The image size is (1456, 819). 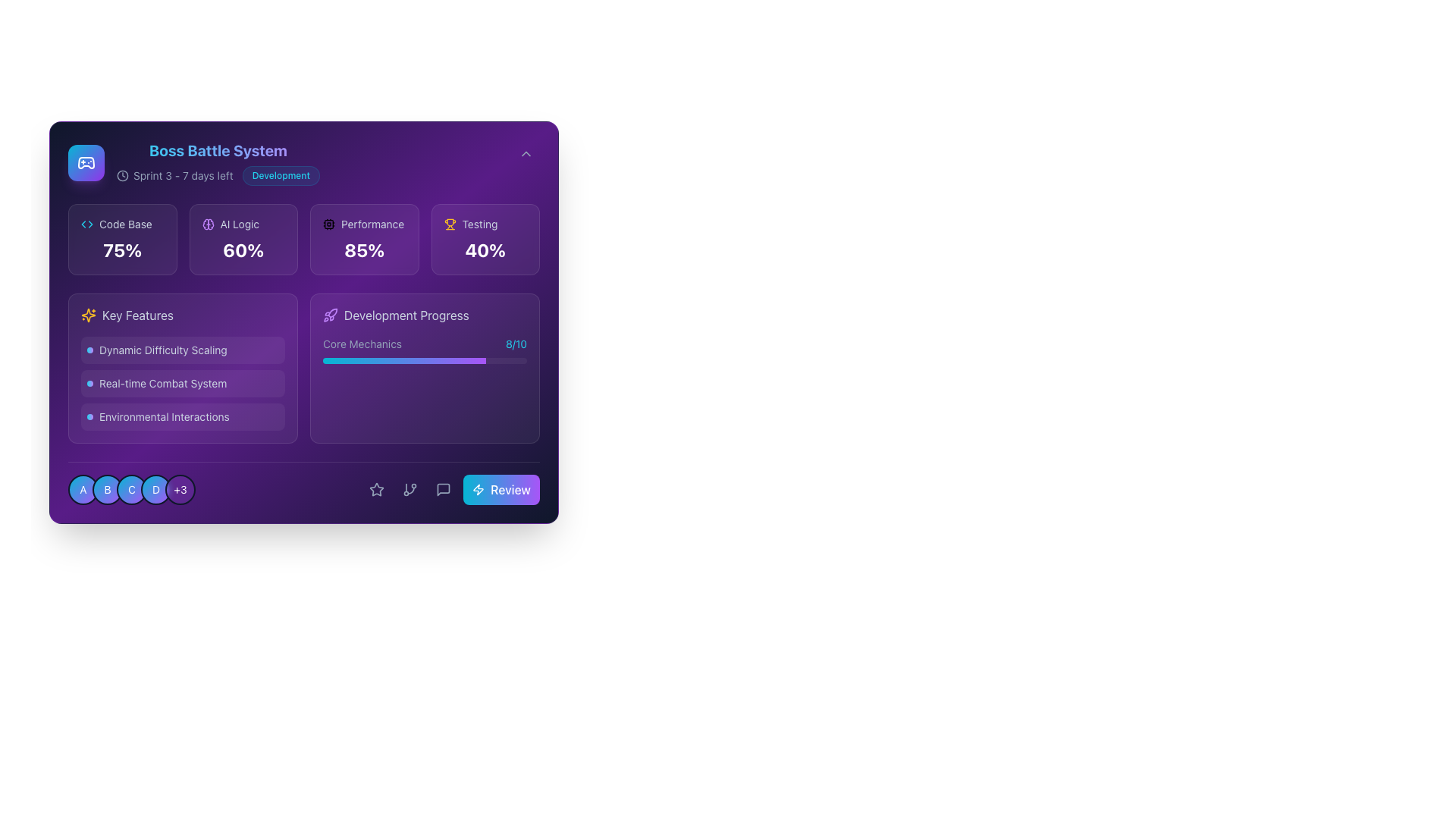 I want to click on the dark green rounded rectangle located within the central area of the square icon on the right side of the main interface, so click(x=328, y=224).